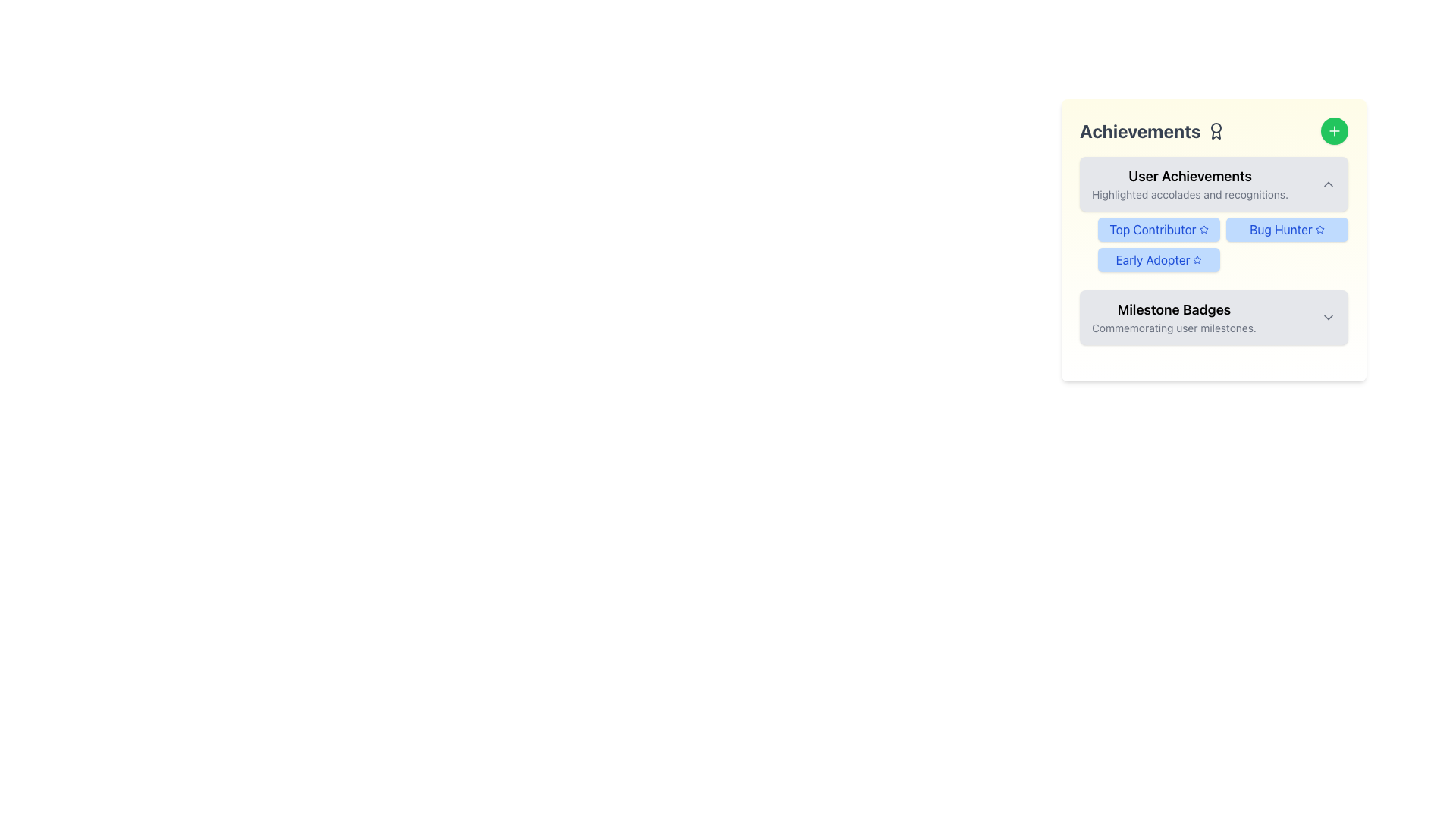 The height and width of the screenshot is (819, 1456). Describe the element at coordinates (1216, 127) in the screenshot. I see `the circular SVG element that is part of the badge icon next to the 'Achievements' header text` at that location.